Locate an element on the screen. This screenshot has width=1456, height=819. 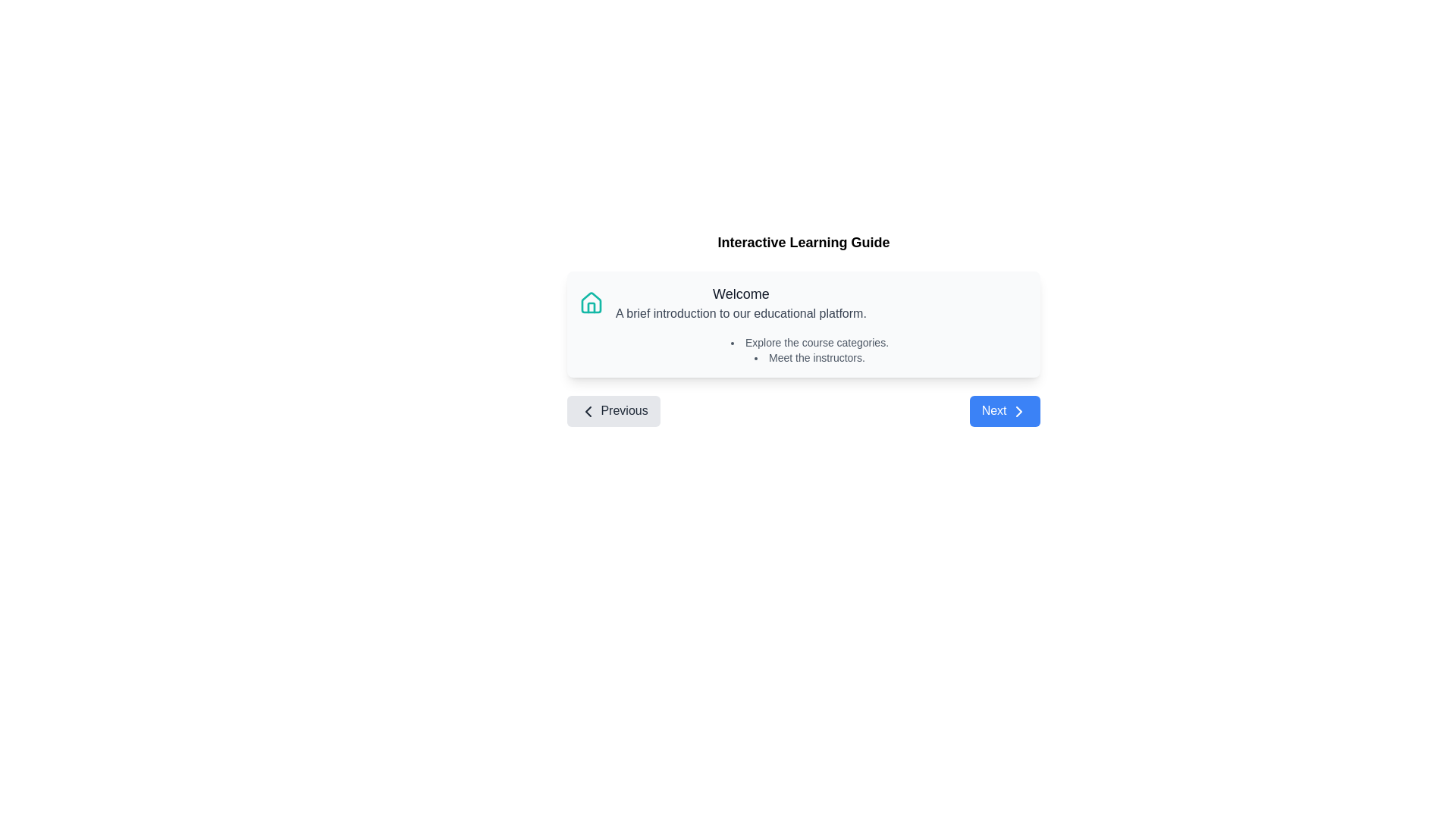
the house icon located at the top-left corner of the card-like panel that represents the home page or welcome section is located at coordinates (590, 302).